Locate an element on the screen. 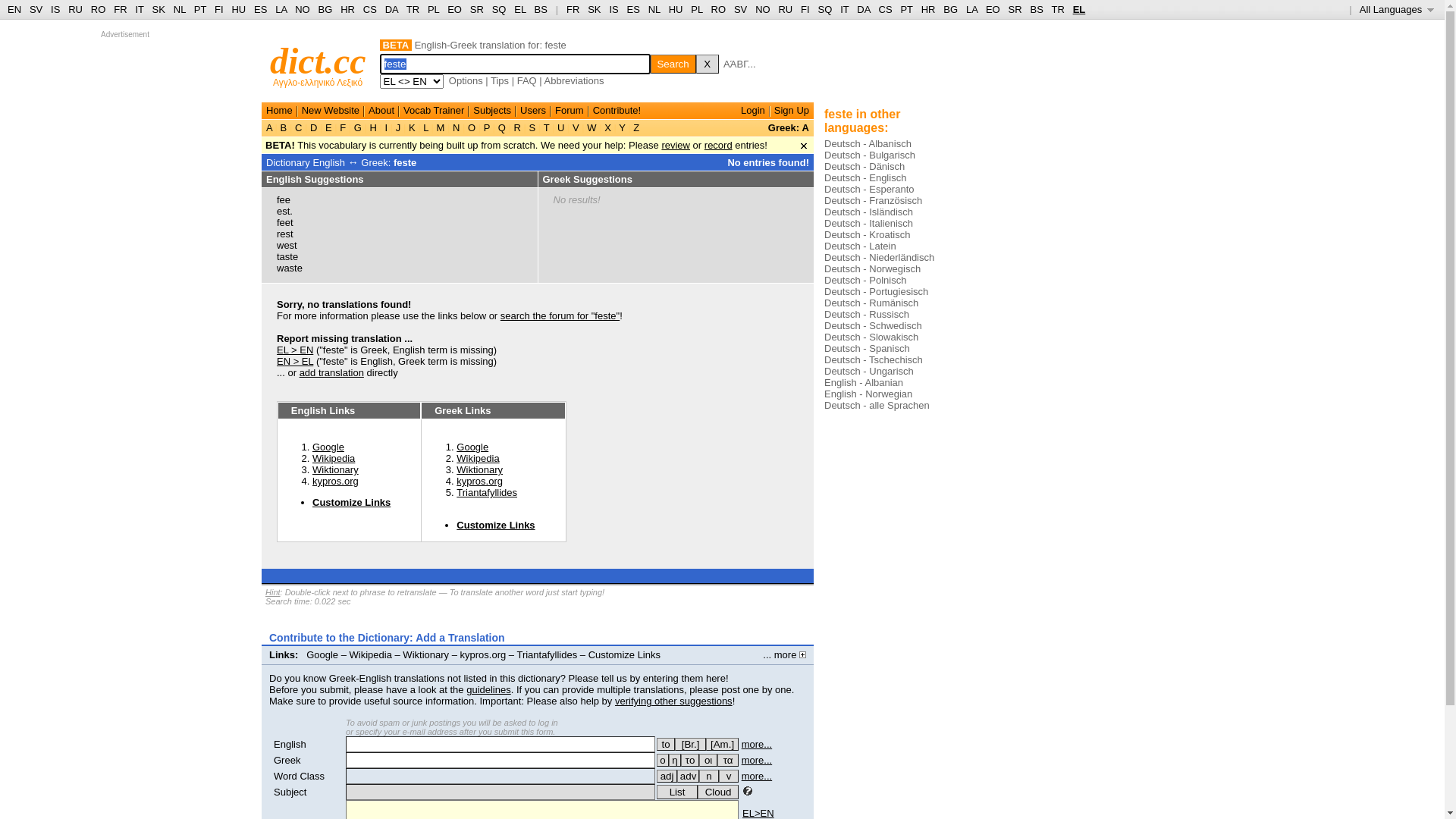  'Deutsch - Englisch' is located at coordinates (865, 177).